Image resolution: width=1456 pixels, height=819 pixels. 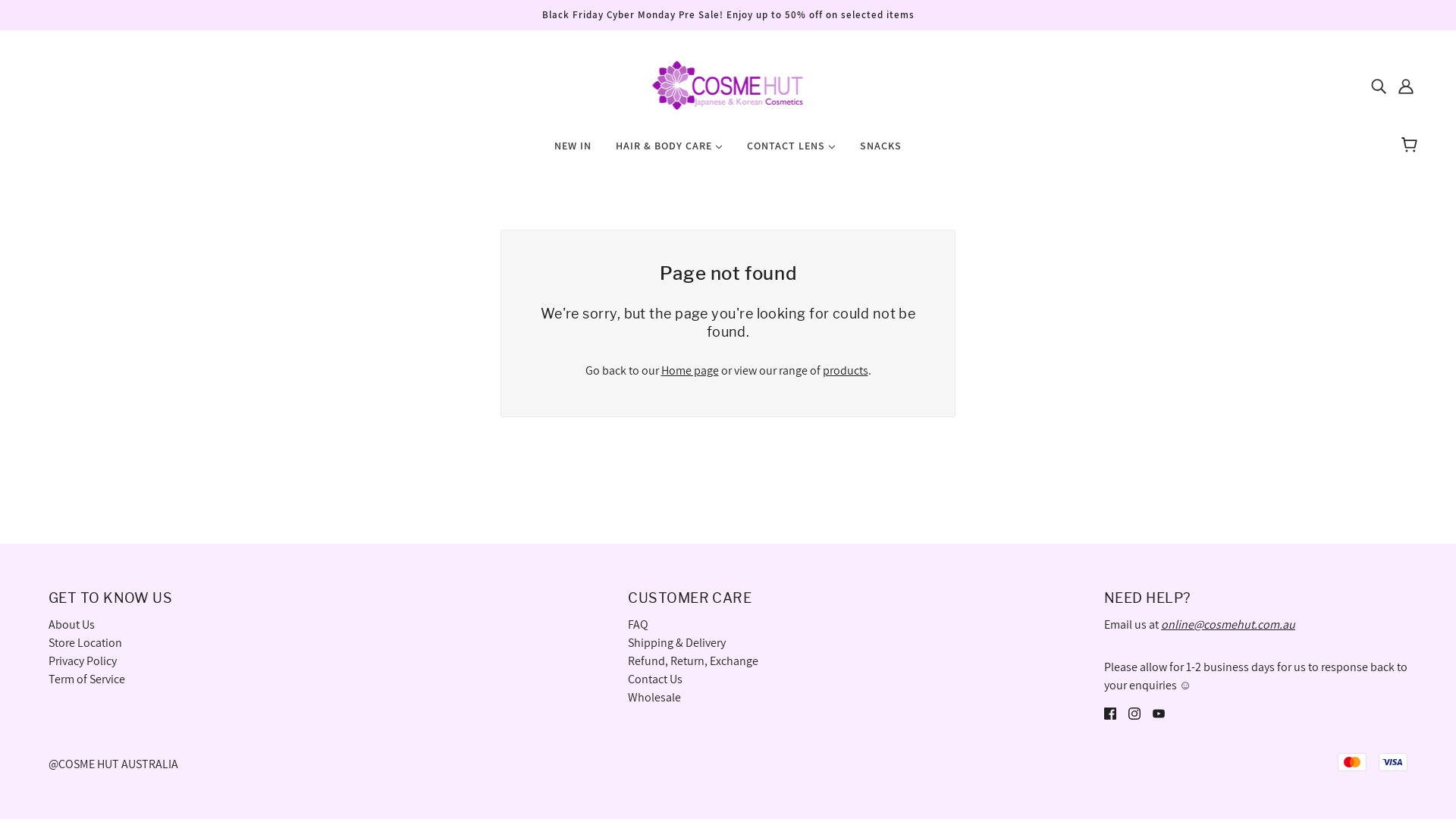 What do you see at coordinates (654, 697) in the screenshot?
I see `'Wholesale'` at bounding box center [654, 697].